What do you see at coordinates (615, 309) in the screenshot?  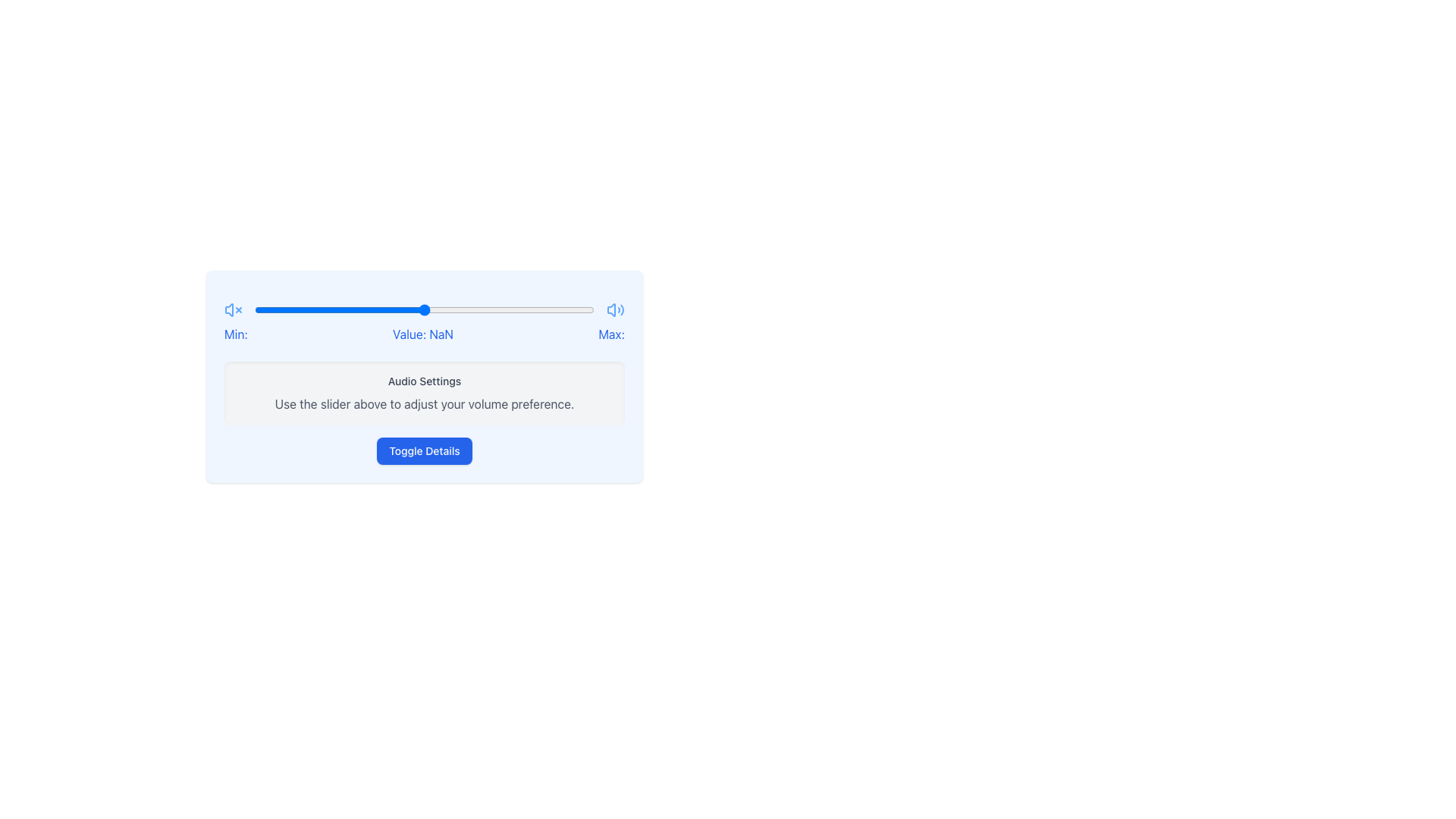 I see `the speaker icon that represents sound output, located at the far right end of the audio control panel` at bounding box center [615, 309].